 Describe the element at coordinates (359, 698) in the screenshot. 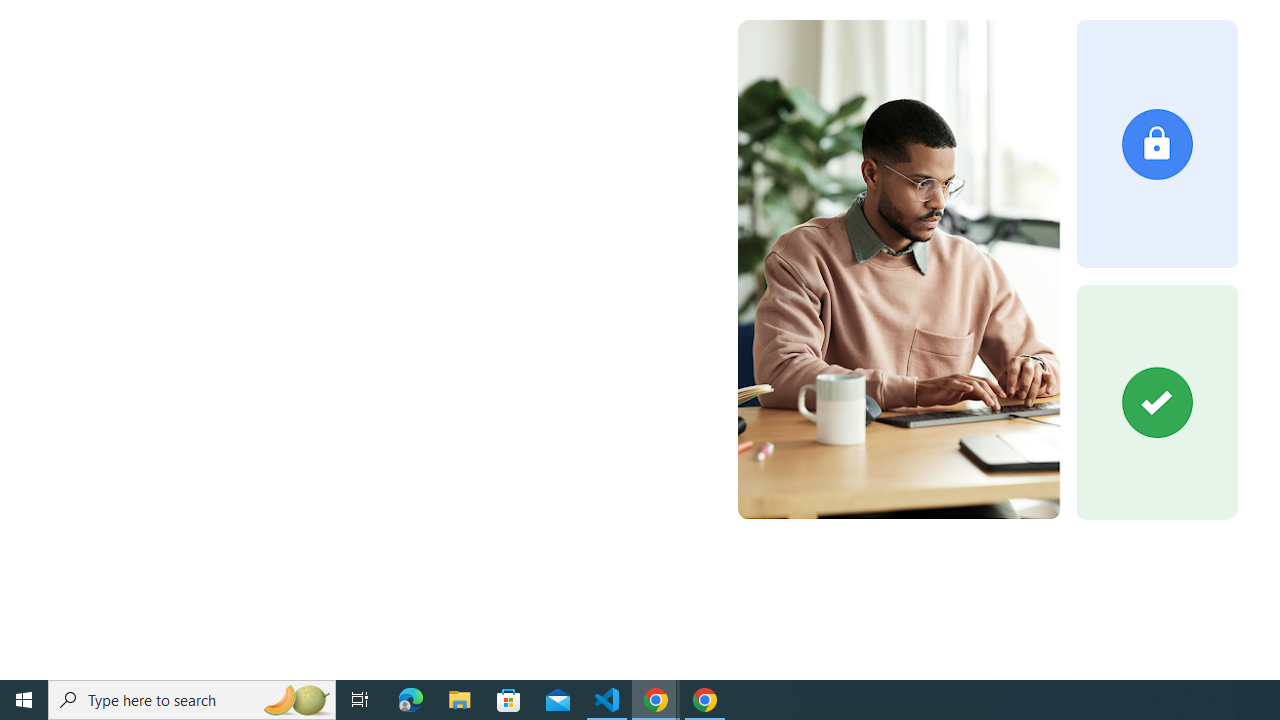

I see `'Task View'` at that location.